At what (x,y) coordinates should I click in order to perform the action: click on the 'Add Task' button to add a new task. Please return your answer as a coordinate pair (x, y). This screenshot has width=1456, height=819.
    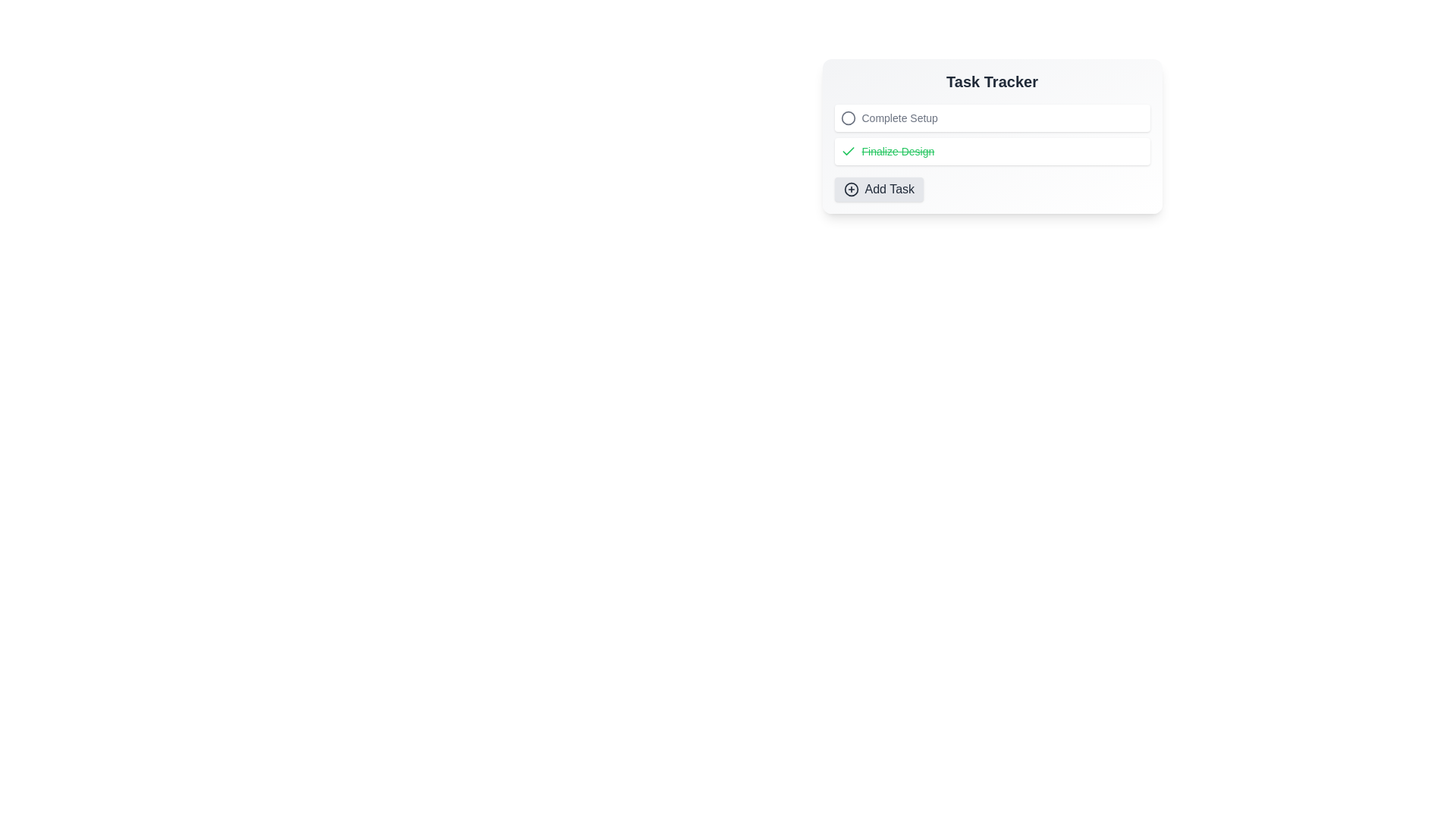
    Looking at the image, I should click on (878, 189).